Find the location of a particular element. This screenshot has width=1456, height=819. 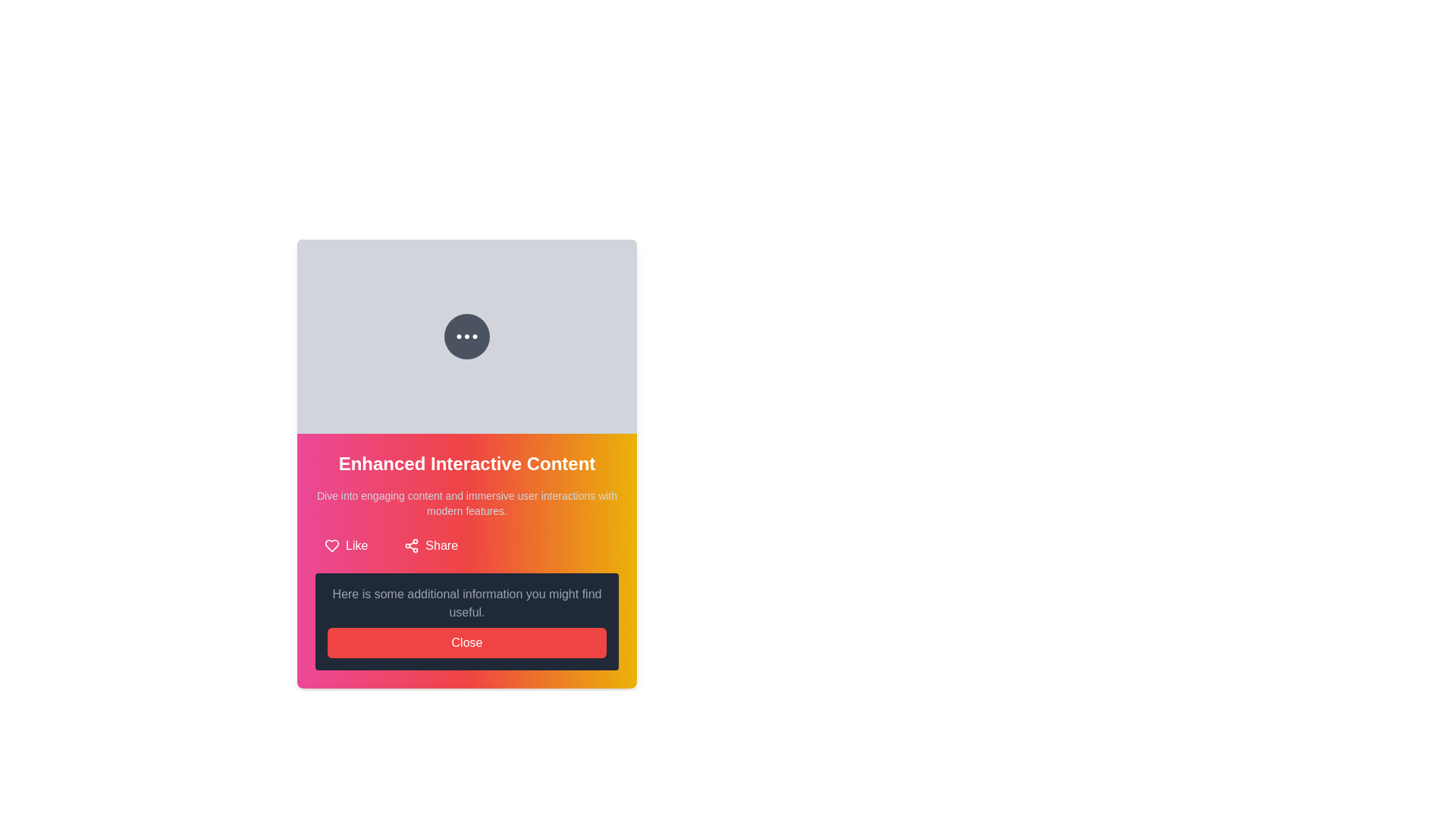

the circular button icon located at the center of a grey box at the top of the card interface is located at coordinates (466, 335).